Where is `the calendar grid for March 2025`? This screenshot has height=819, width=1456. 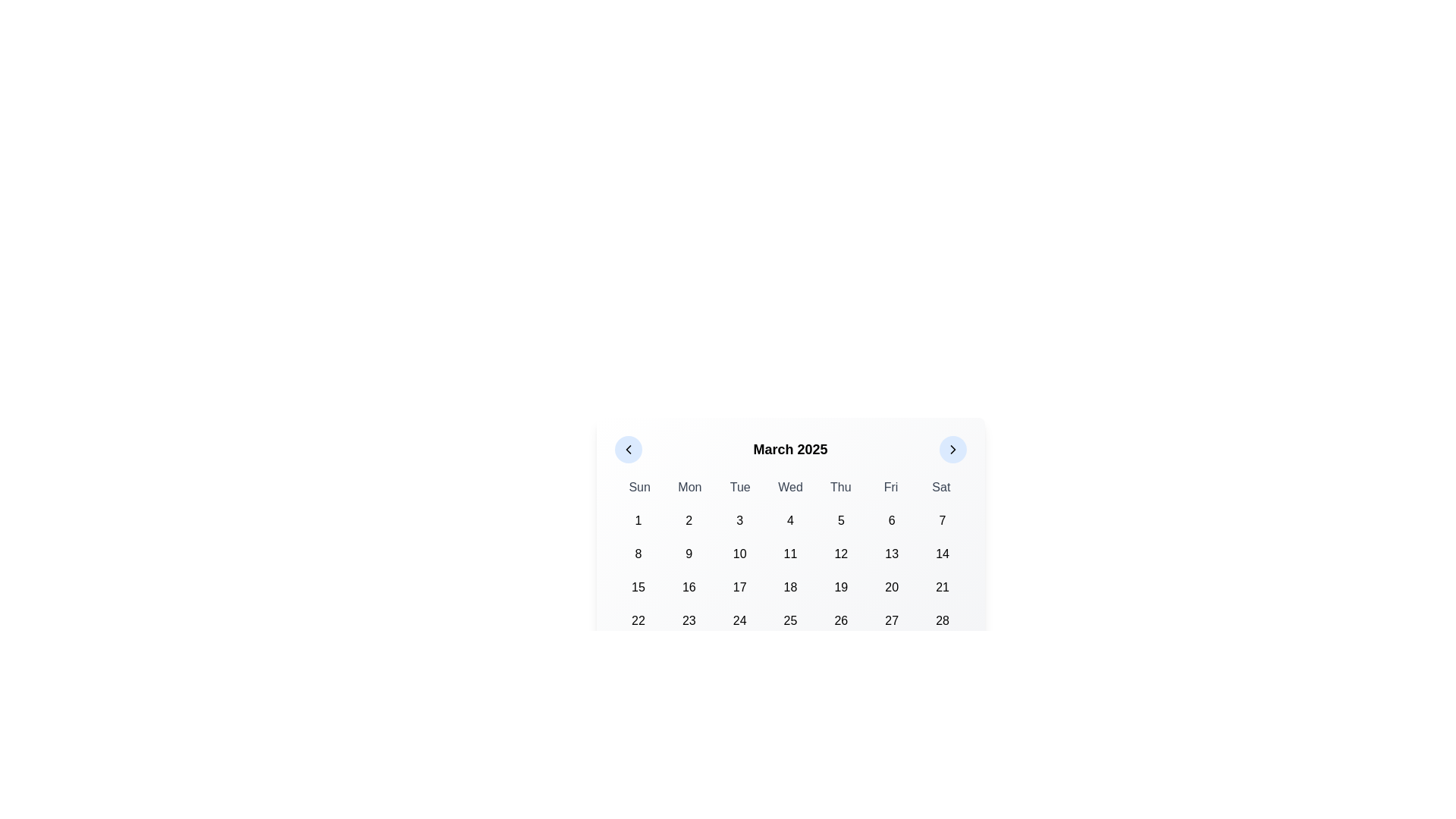 the calendar grid for March 2025 is located at coordinates (789, 587).